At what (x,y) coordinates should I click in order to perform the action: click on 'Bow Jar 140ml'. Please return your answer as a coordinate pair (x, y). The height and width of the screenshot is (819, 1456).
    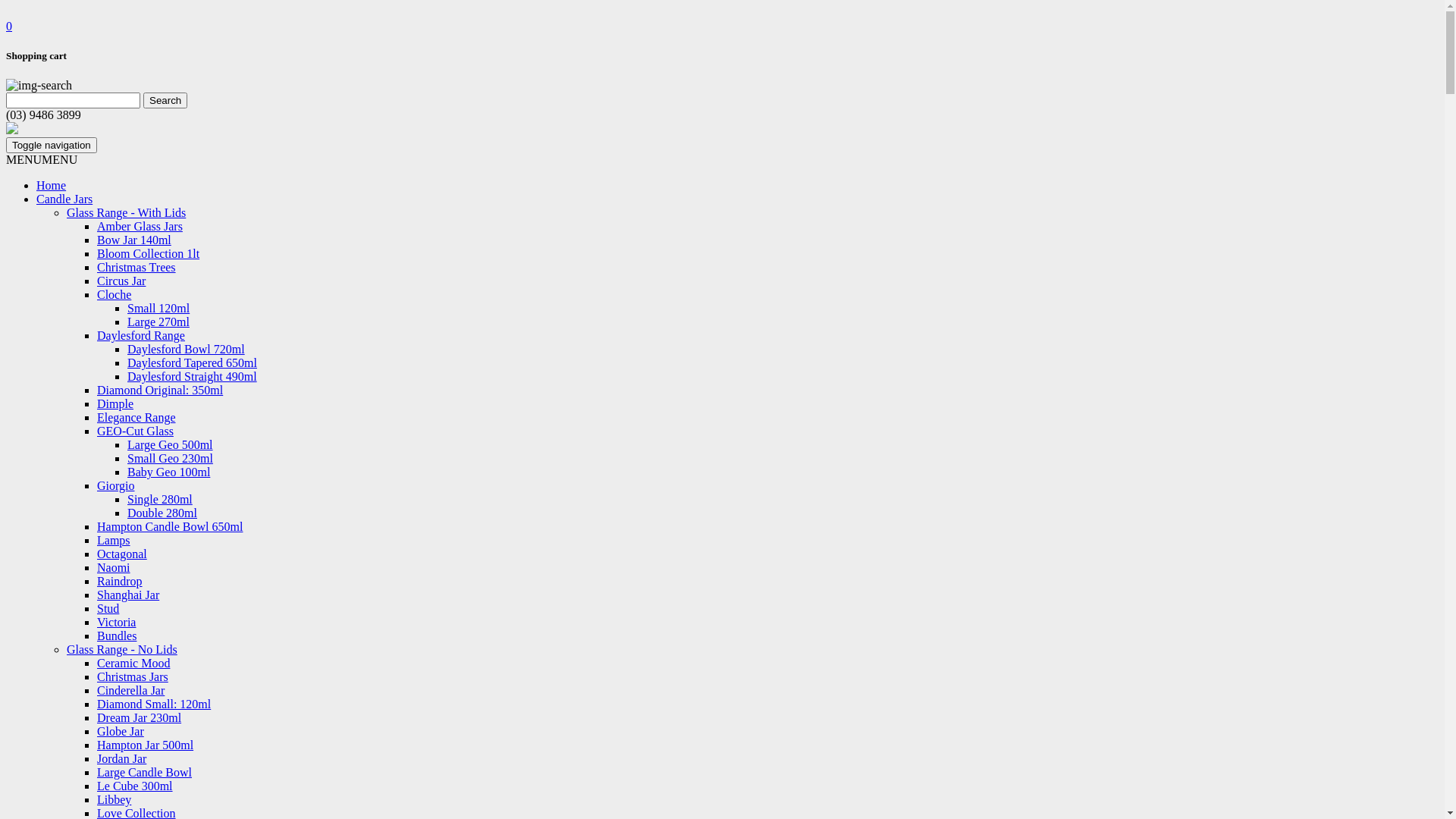
    Looking at the image, I should click on (134, 239).